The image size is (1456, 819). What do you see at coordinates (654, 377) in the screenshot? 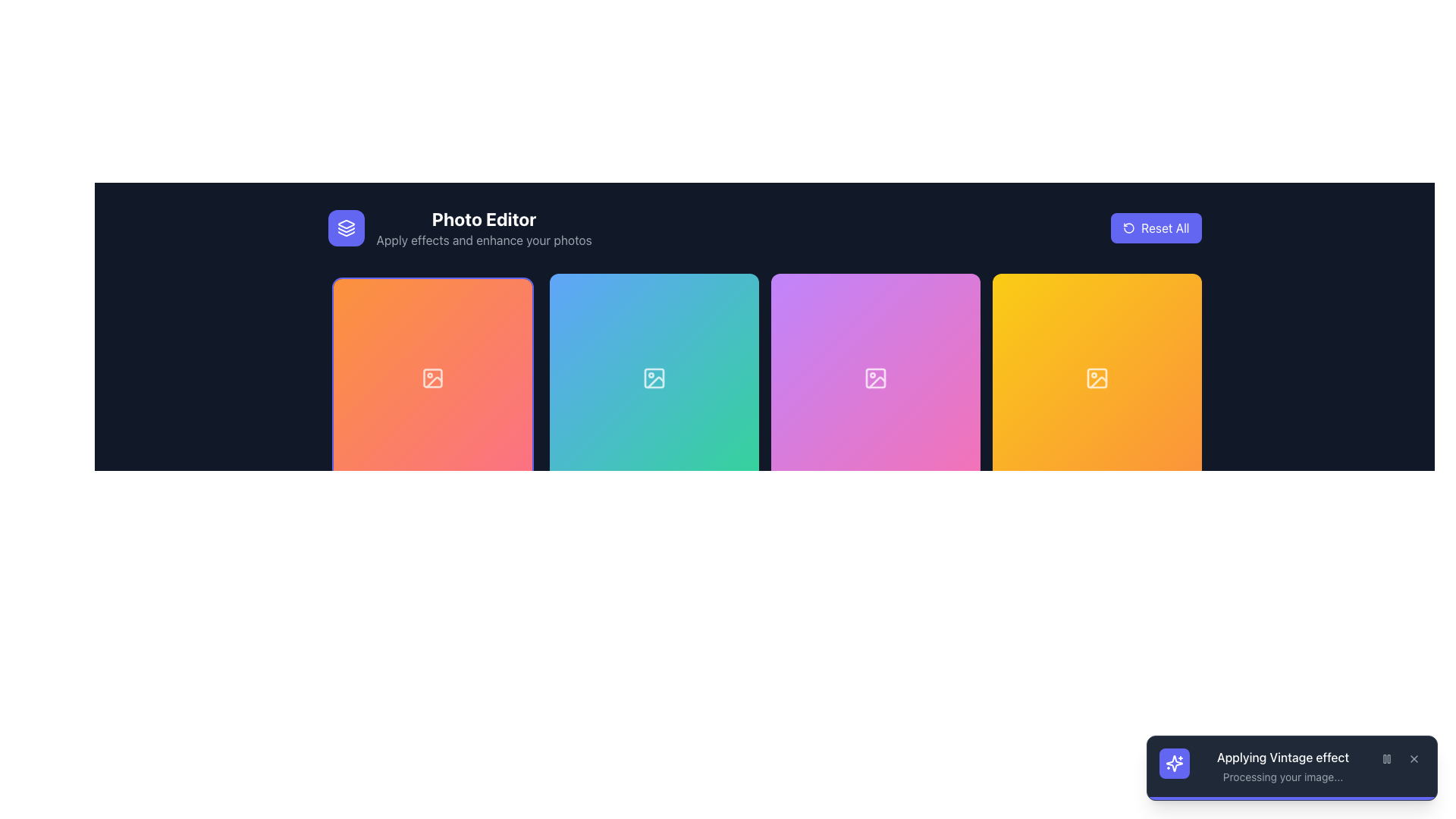
I see `the stylized image icon located on the second card from the left in a group of four cards below the 'Photo Editor' header to interact with its card` at bounding box center [654, 377].